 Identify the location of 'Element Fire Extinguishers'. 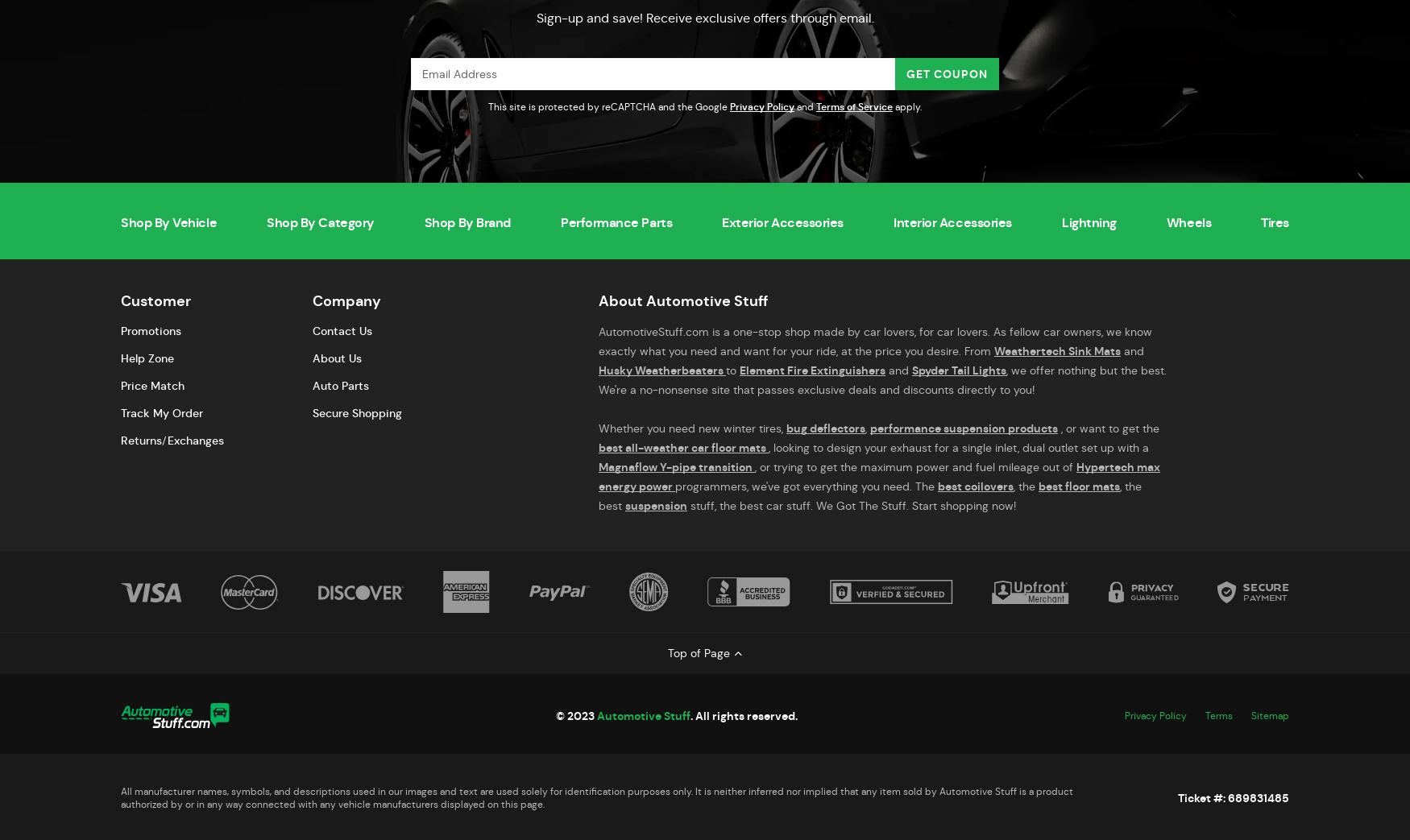
(811, 369).